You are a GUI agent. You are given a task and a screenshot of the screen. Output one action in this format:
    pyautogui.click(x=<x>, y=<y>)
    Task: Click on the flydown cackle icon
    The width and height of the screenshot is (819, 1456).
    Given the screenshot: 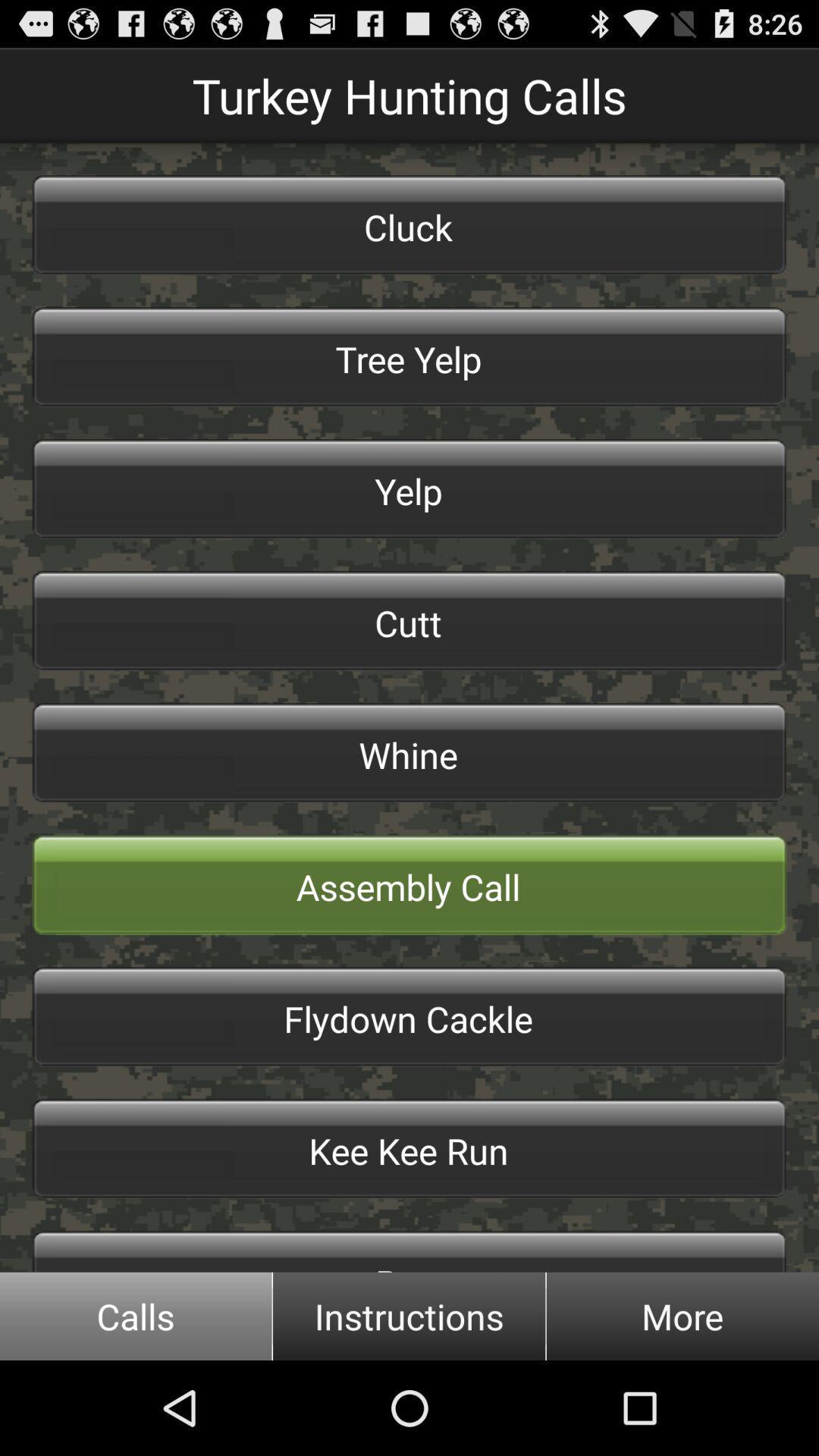 What is the action you would take?
    pyautogui.click(x=409, y=1016)
    